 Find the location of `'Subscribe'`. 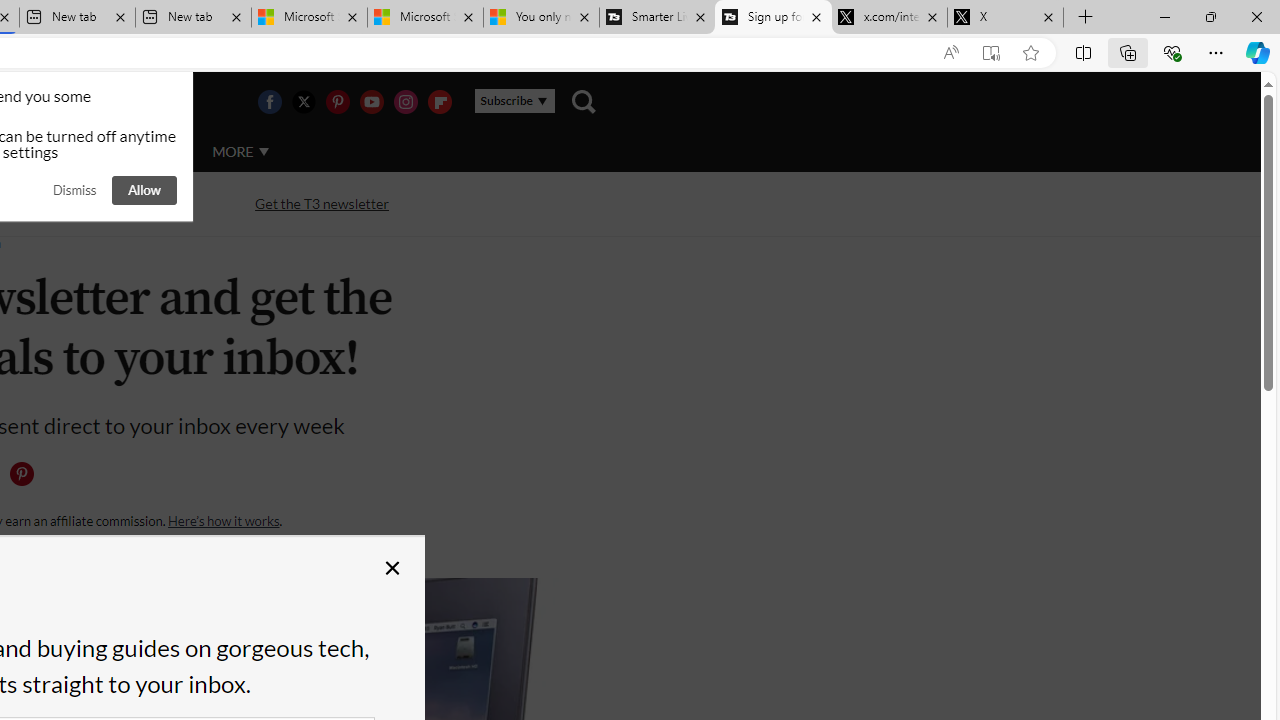

'Subscribe' is located at coordinates (514, 101).